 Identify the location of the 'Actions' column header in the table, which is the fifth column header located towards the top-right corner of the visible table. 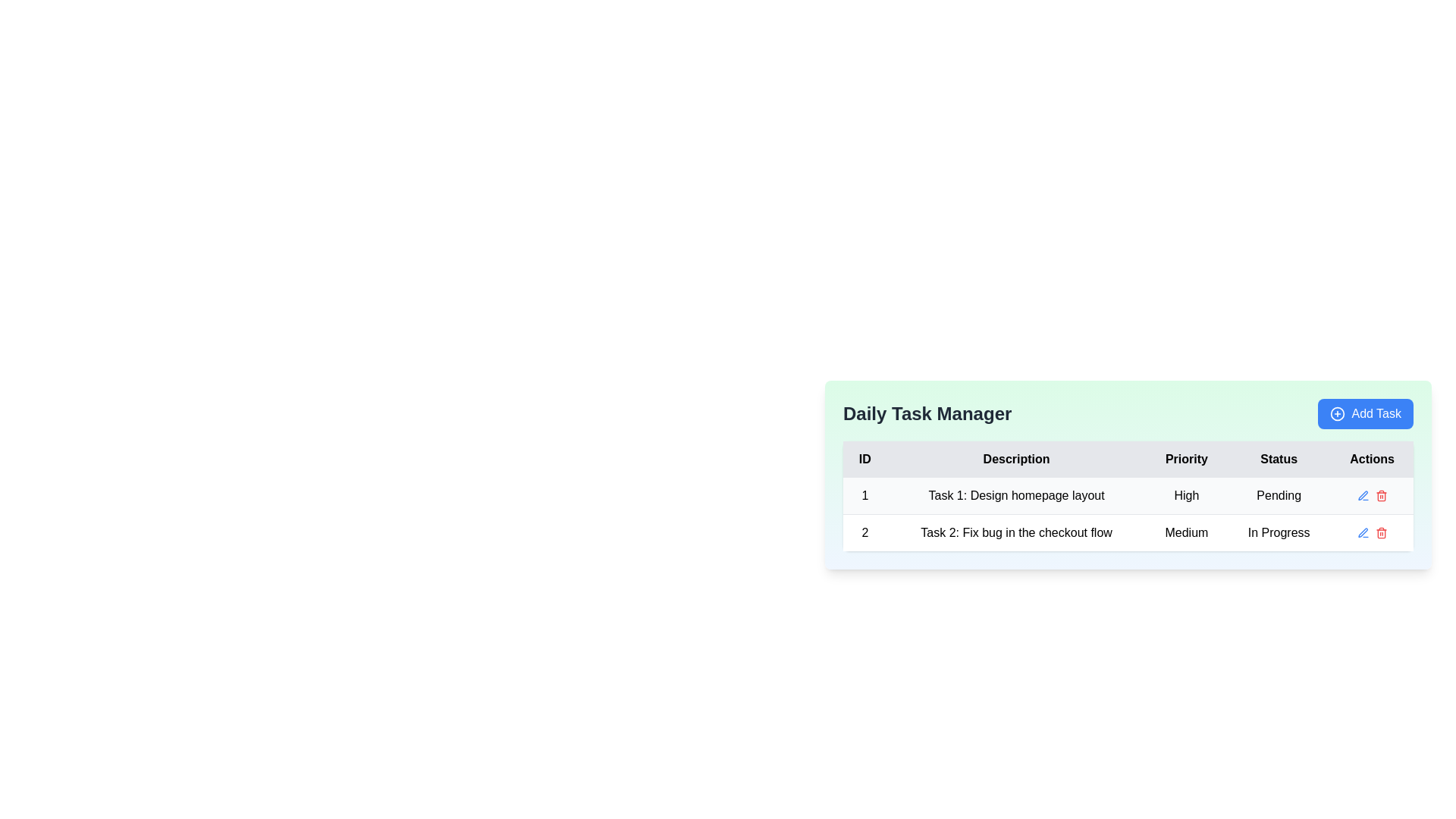
(1372, 458).